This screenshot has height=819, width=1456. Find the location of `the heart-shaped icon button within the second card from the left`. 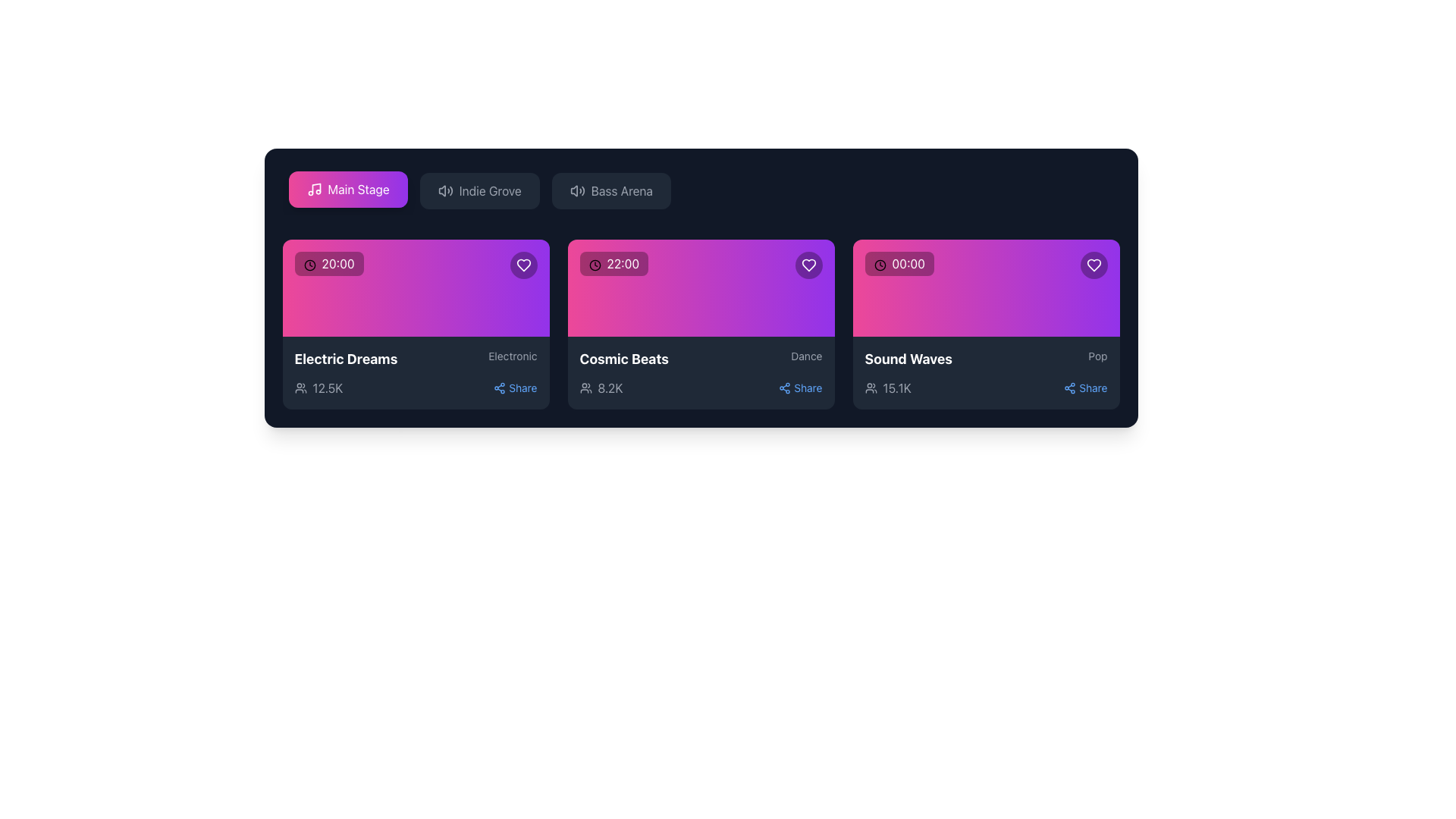

the heart-shaped icon button within the second card from the left is located at coordinates (808, 265).